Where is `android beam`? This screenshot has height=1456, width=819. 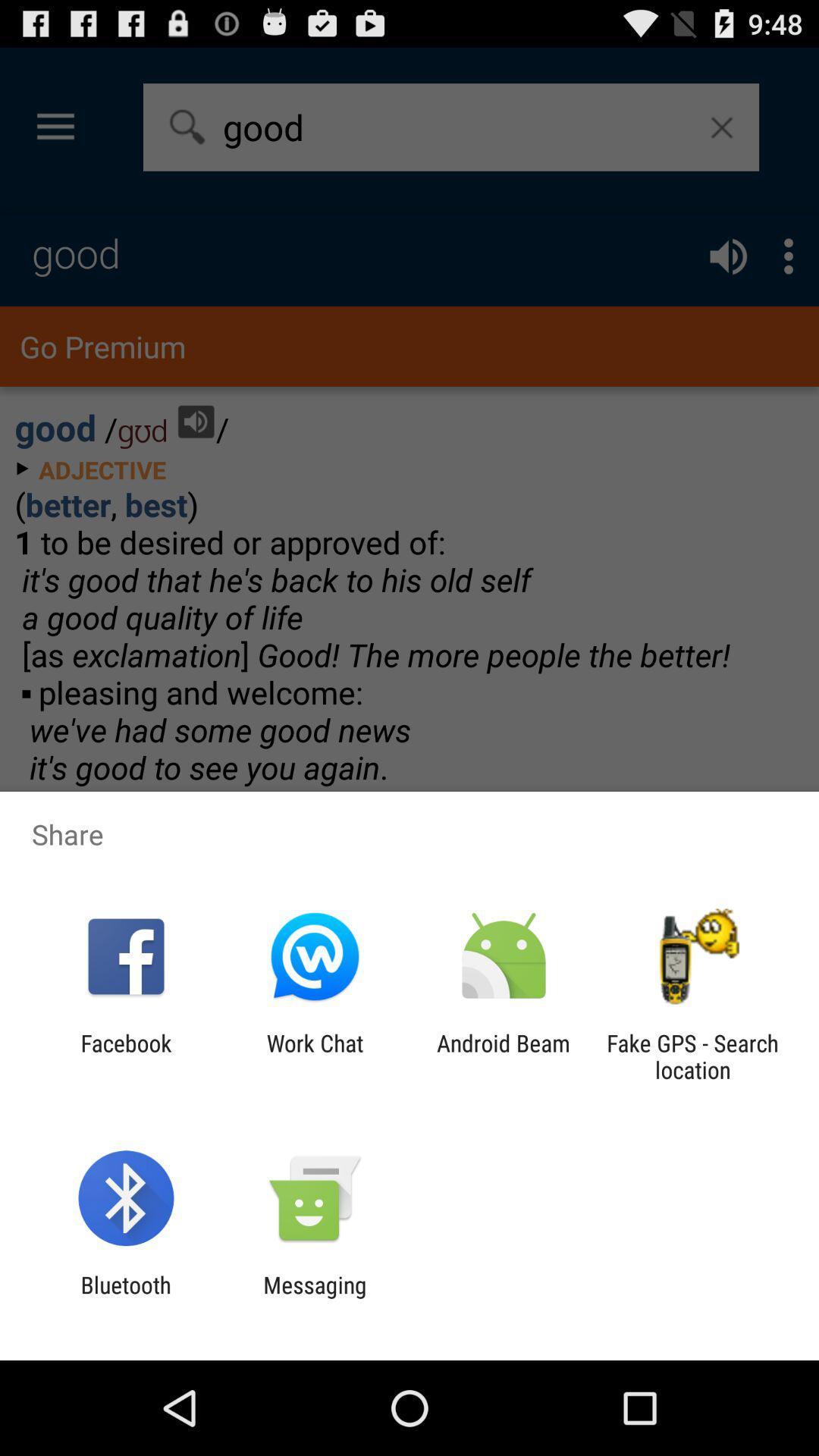 android beam is located at coordinates (504, 1056).